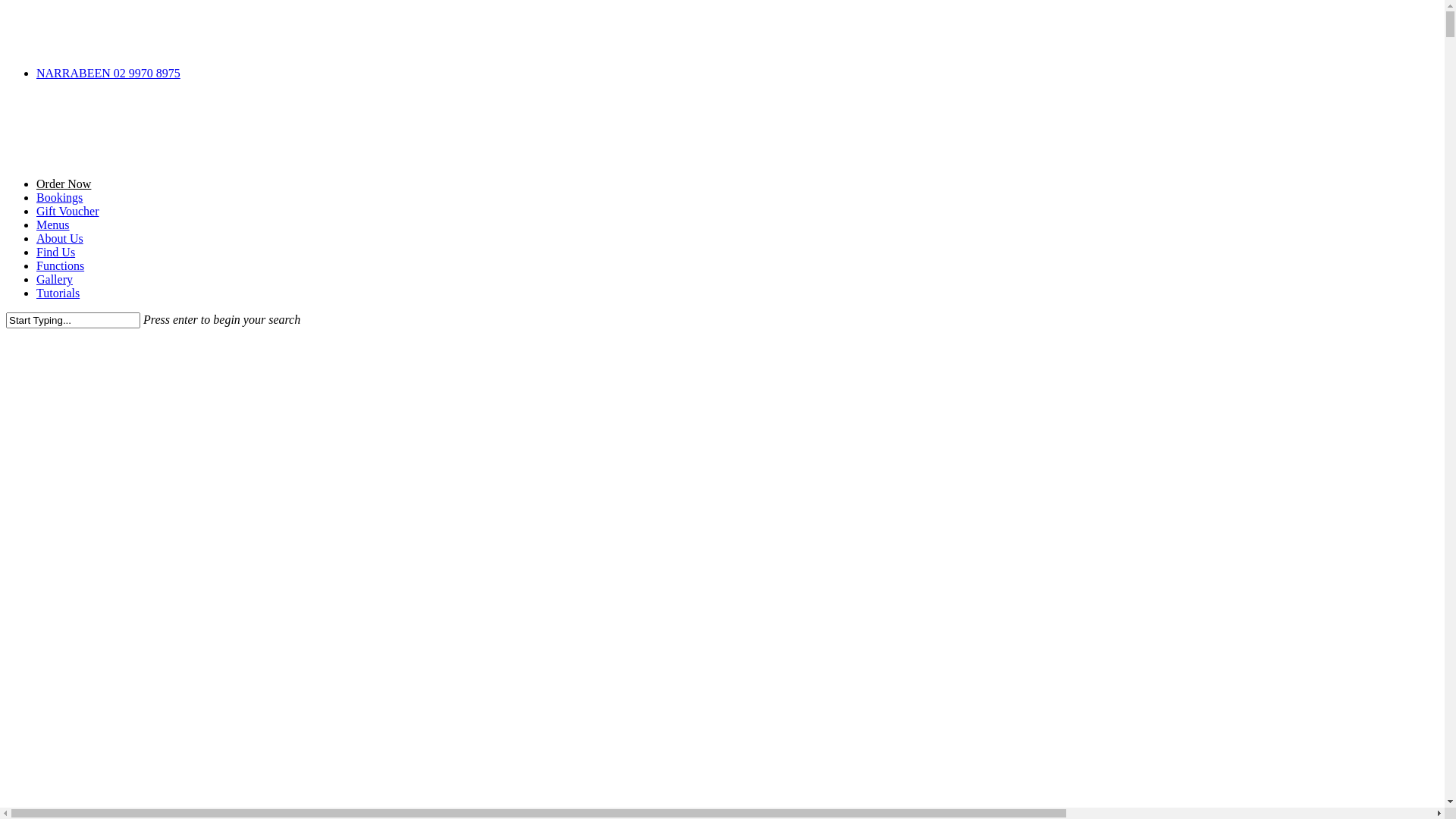 The image size is (1456, 819). What do you see at coordinates (62, 183) in the screenshot?
I see `'Order Now'` at bounding box center [62, 183].